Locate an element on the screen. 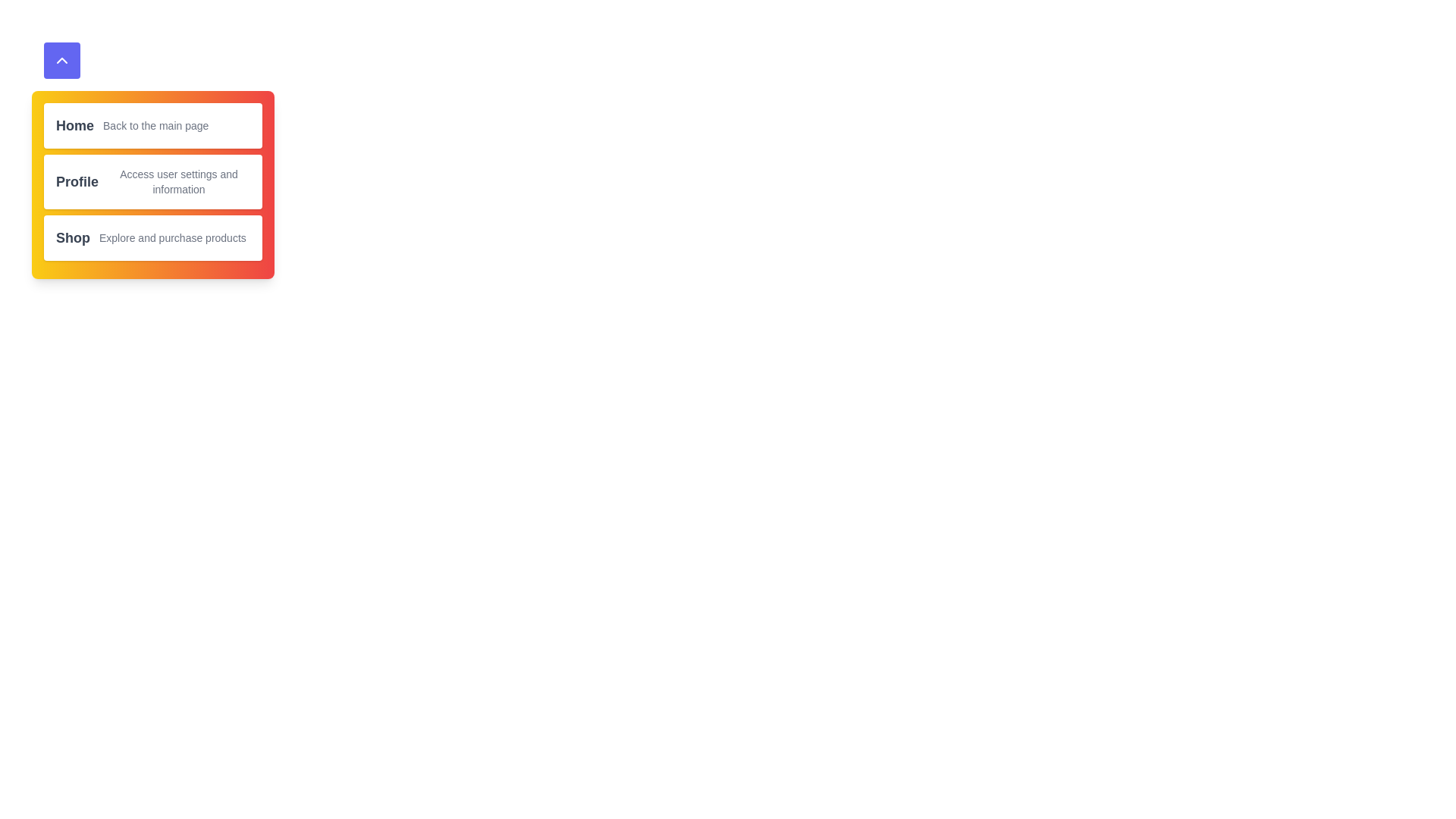 Image resolution: width=1456 pixels, height=819 pixels. the menu item corresponding to Profile is located at coordinates (152, 180).